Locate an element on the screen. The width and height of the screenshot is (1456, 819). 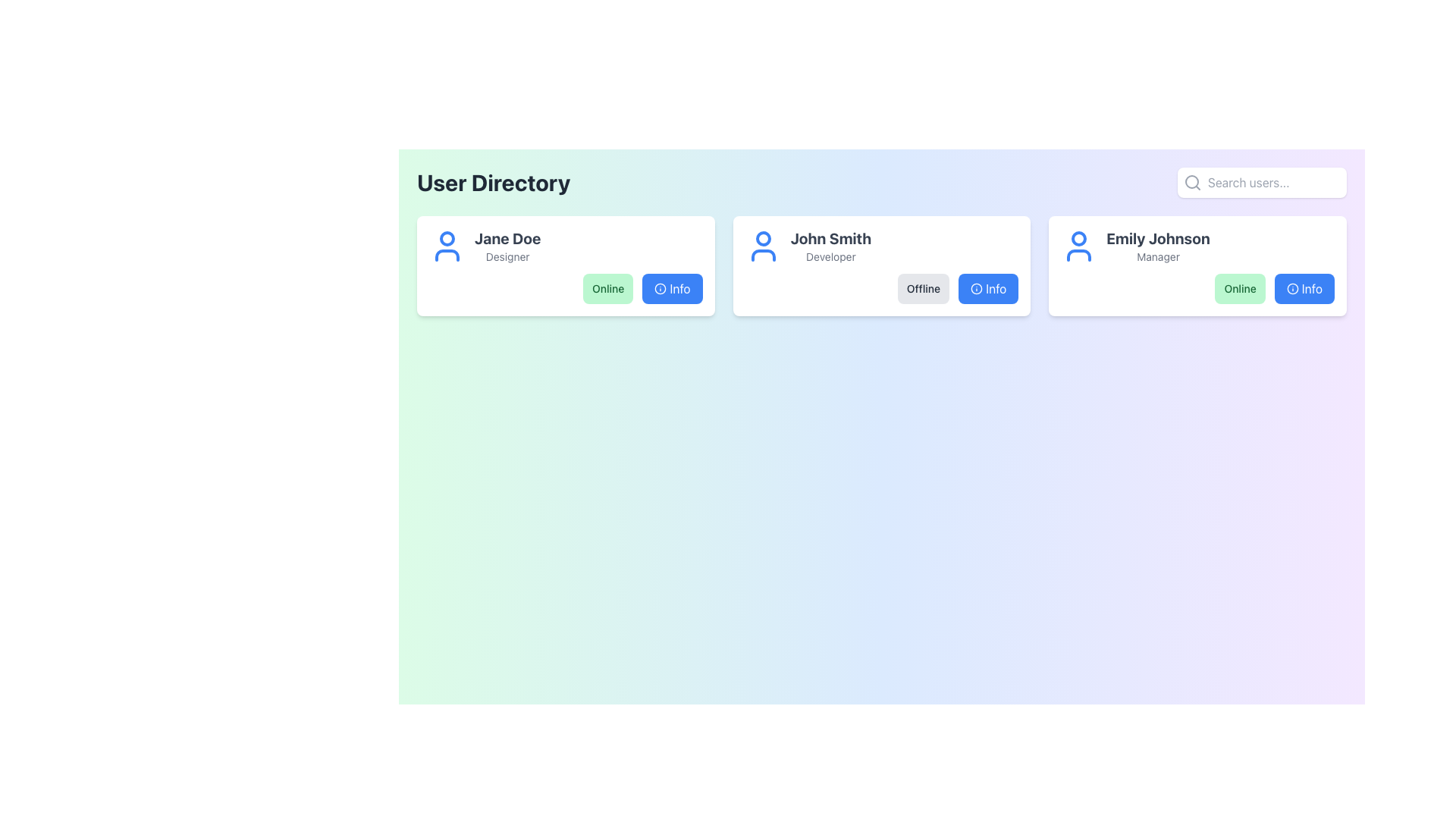
the 'User Directory' text header, which serves as the title for the section indicating the content and purpose of the area it labels is located at coordinates (494, 181).